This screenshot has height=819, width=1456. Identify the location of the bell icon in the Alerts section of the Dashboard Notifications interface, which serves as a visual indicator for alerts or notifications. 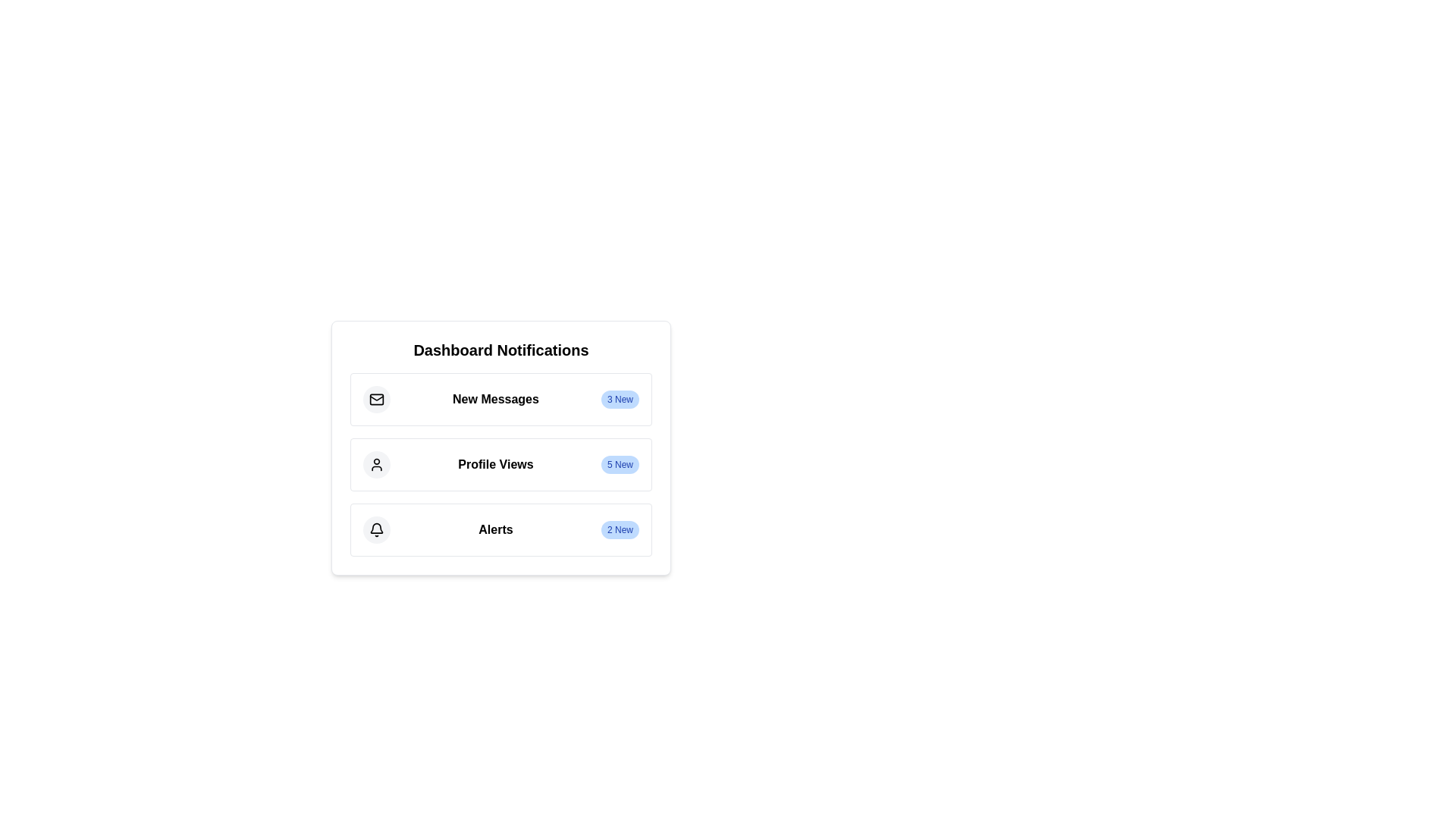
(377, 529).